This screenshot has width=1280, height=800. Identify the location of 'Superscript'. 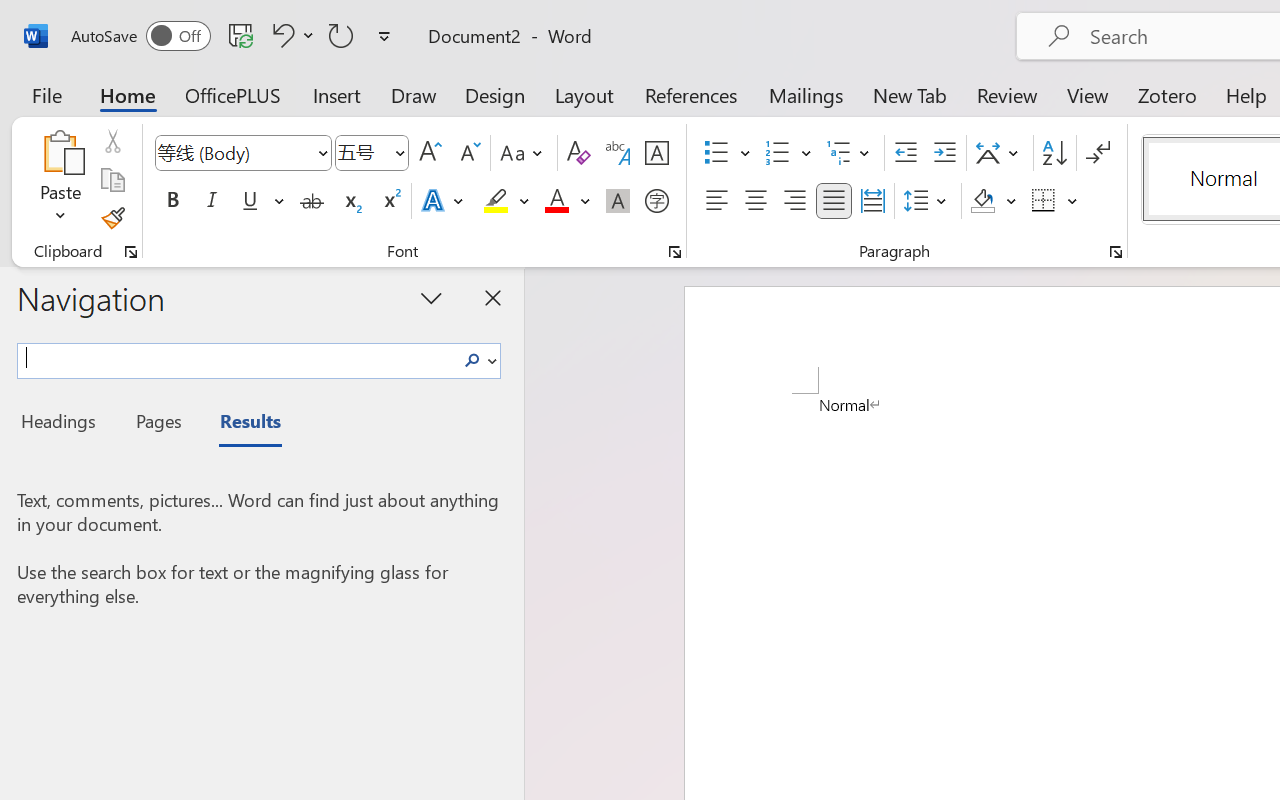
(390, 201).